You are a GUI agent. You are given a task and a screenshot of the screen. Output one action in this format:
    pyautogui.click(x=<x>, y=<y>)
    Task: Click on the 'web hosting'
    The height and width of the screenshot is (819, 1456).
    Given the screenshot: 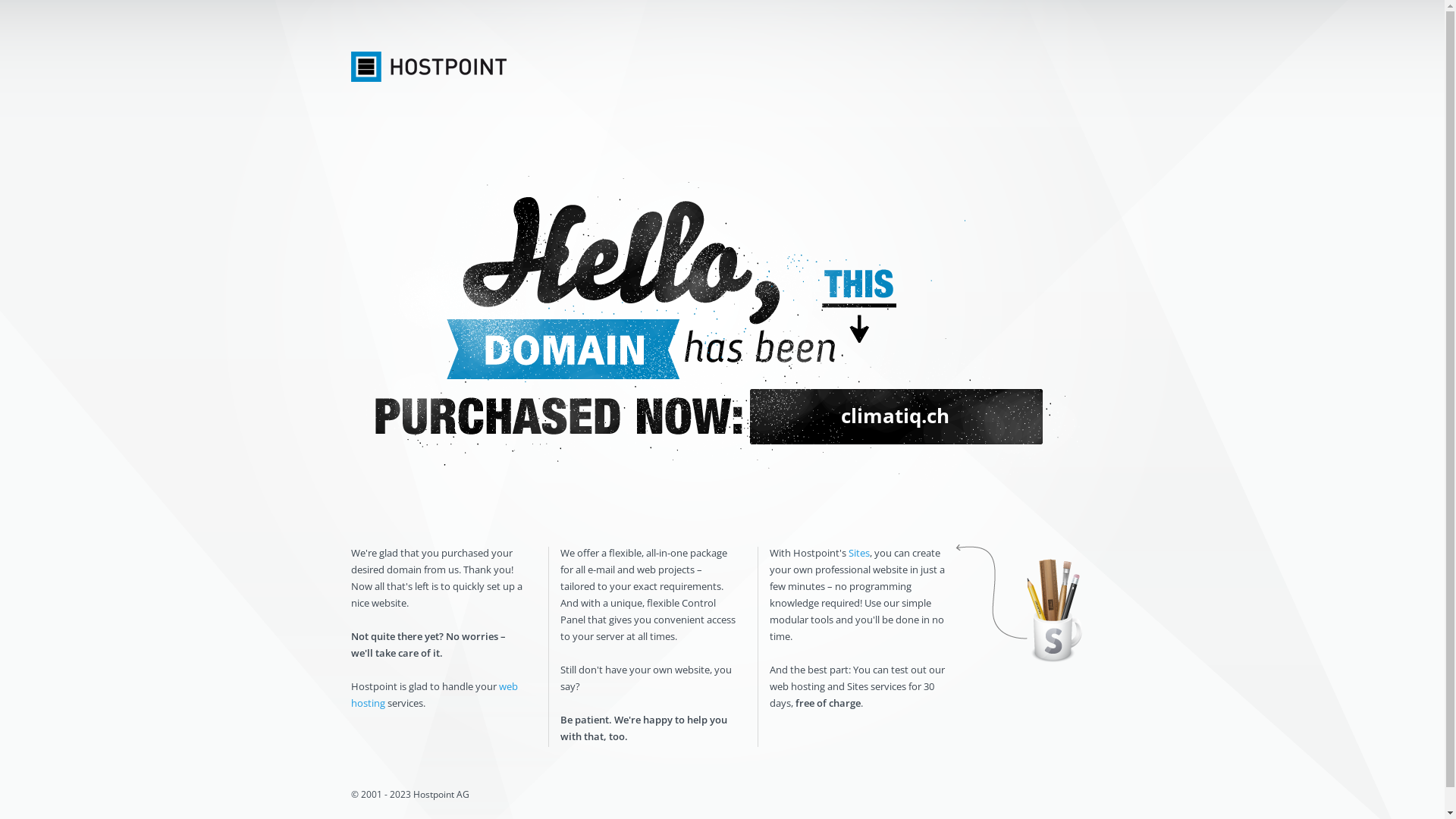 What is the action you would take?
    pyautogui.click(x=432, y=694)
    